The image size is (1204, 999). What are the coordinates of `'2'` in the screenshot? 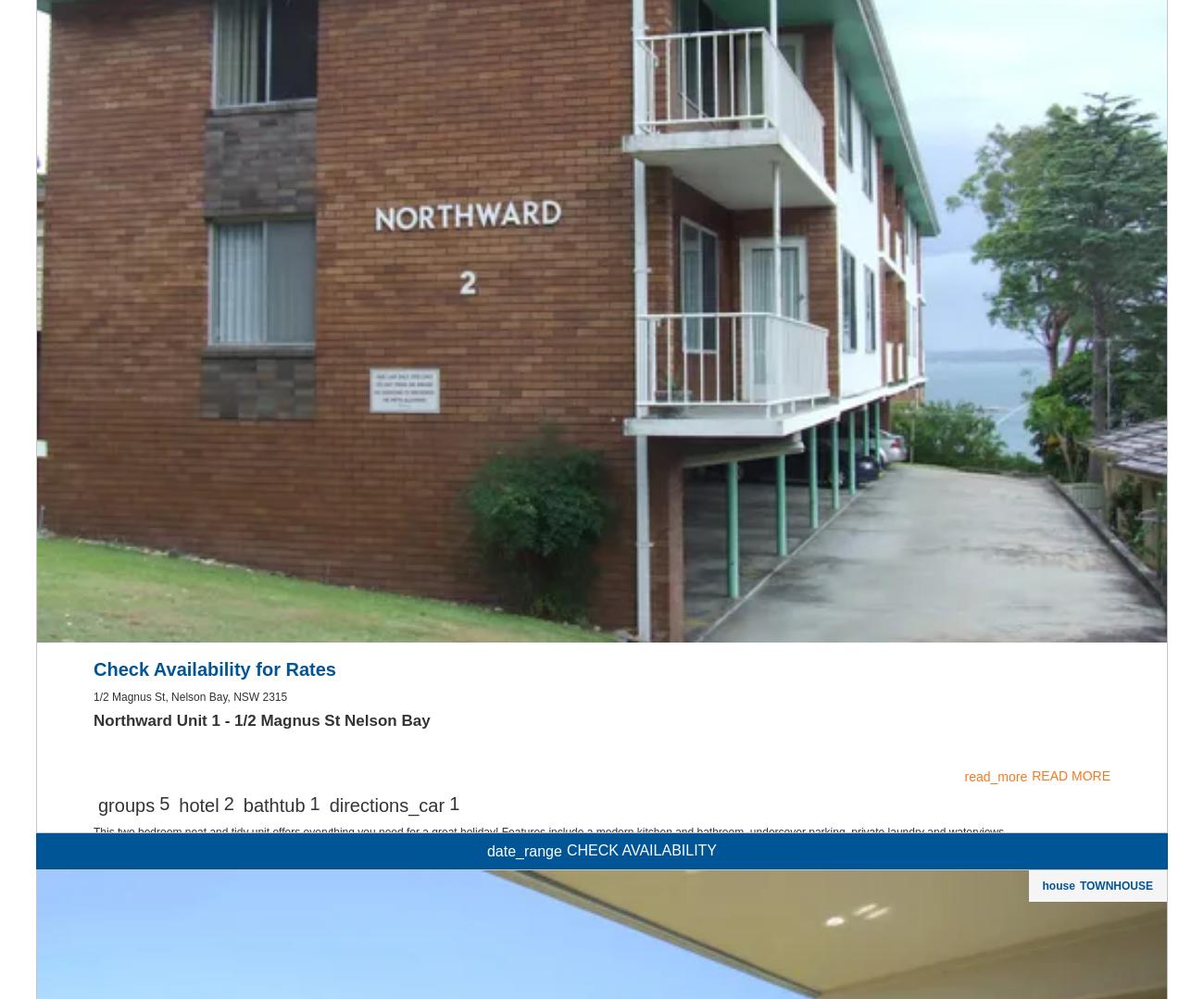 It's located at (227, 74).